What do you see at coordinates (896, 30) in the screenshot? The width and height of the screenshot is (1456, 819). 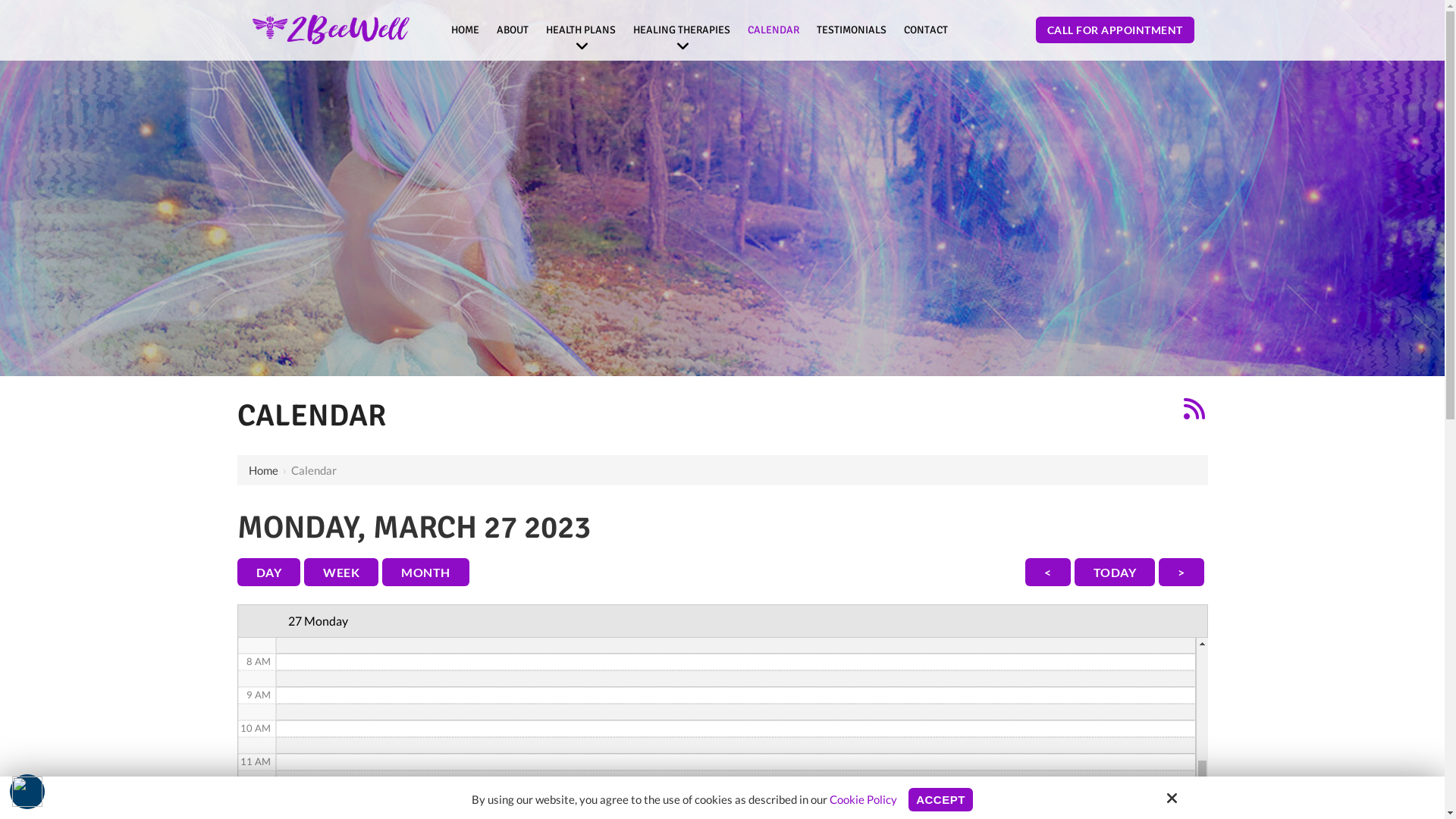 I see `'CONTACT'` at bounding box center [896, 30].